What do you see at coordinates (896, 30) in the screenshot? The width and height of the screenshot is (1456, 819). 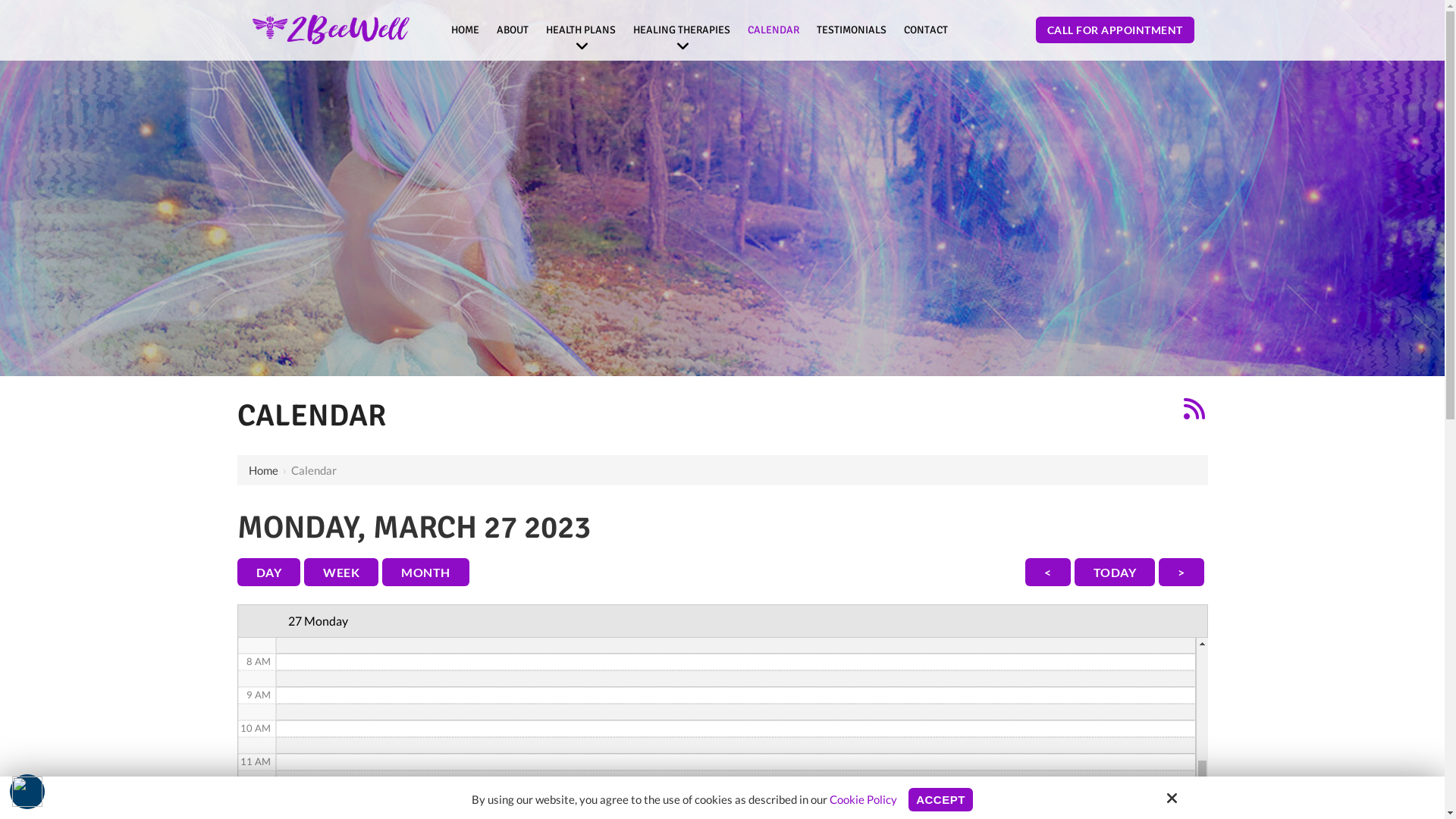 I see `'CONTACT'` at bounding box center [896, 30].